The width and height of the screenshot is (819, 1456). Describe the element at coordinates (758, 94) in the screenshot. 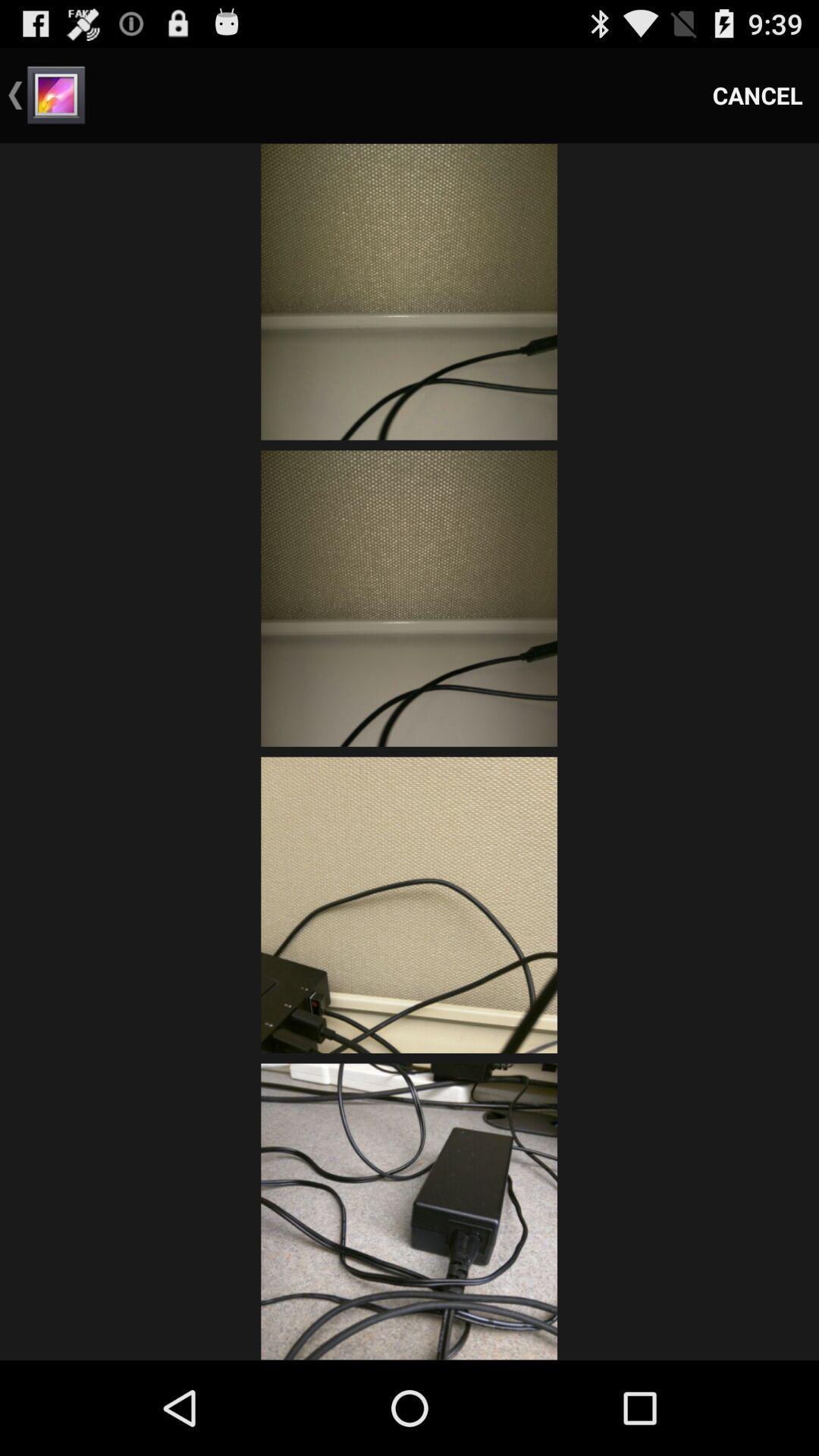

I see `the cancel at the top right corner` at that location.